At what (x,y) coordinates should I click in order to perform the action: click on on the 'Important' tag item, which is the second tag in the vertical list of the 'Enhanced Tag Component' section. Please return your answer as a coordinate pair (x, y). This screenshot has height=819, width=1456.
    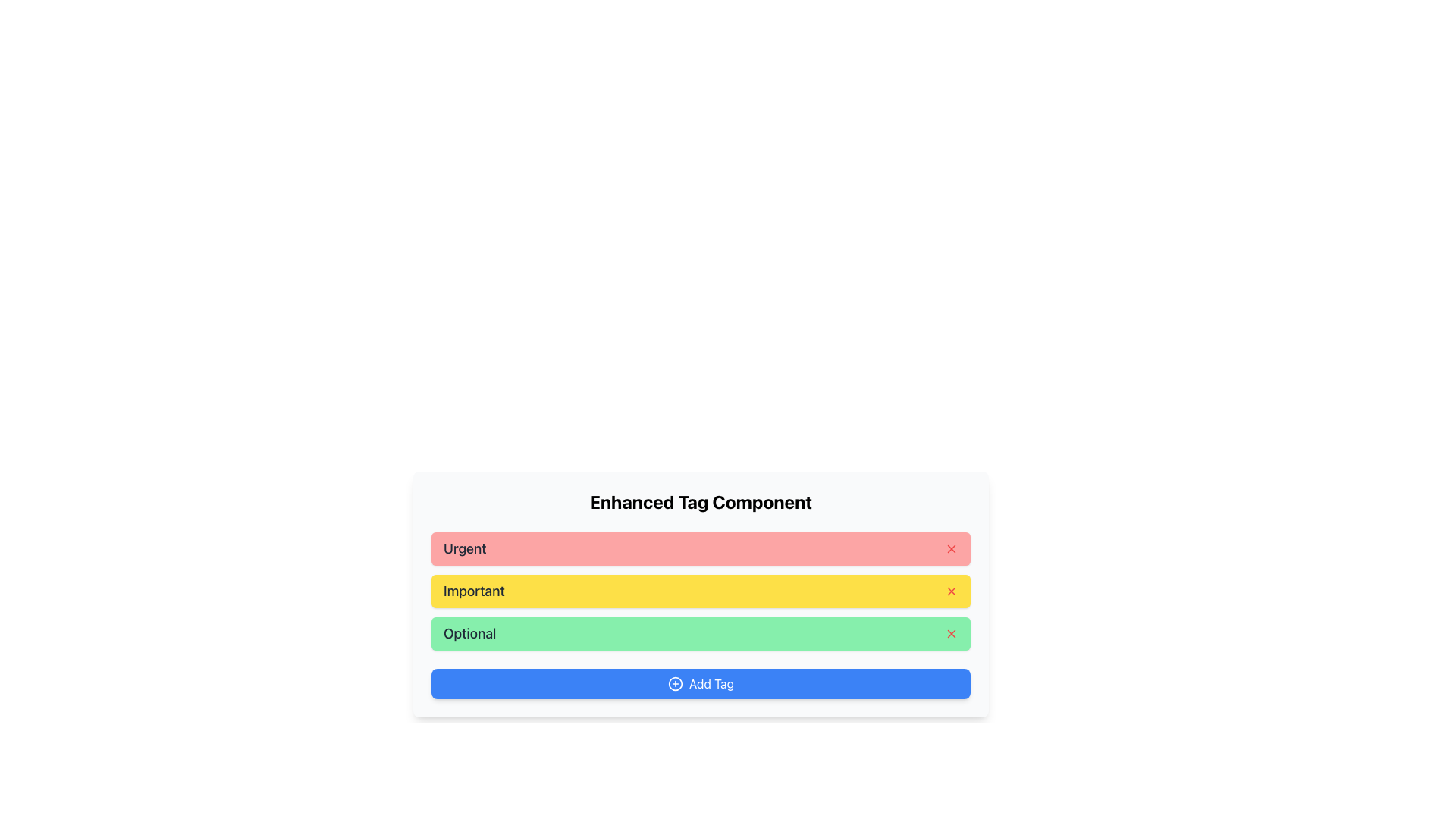
    Looking at the image, I should click on (700, 590).